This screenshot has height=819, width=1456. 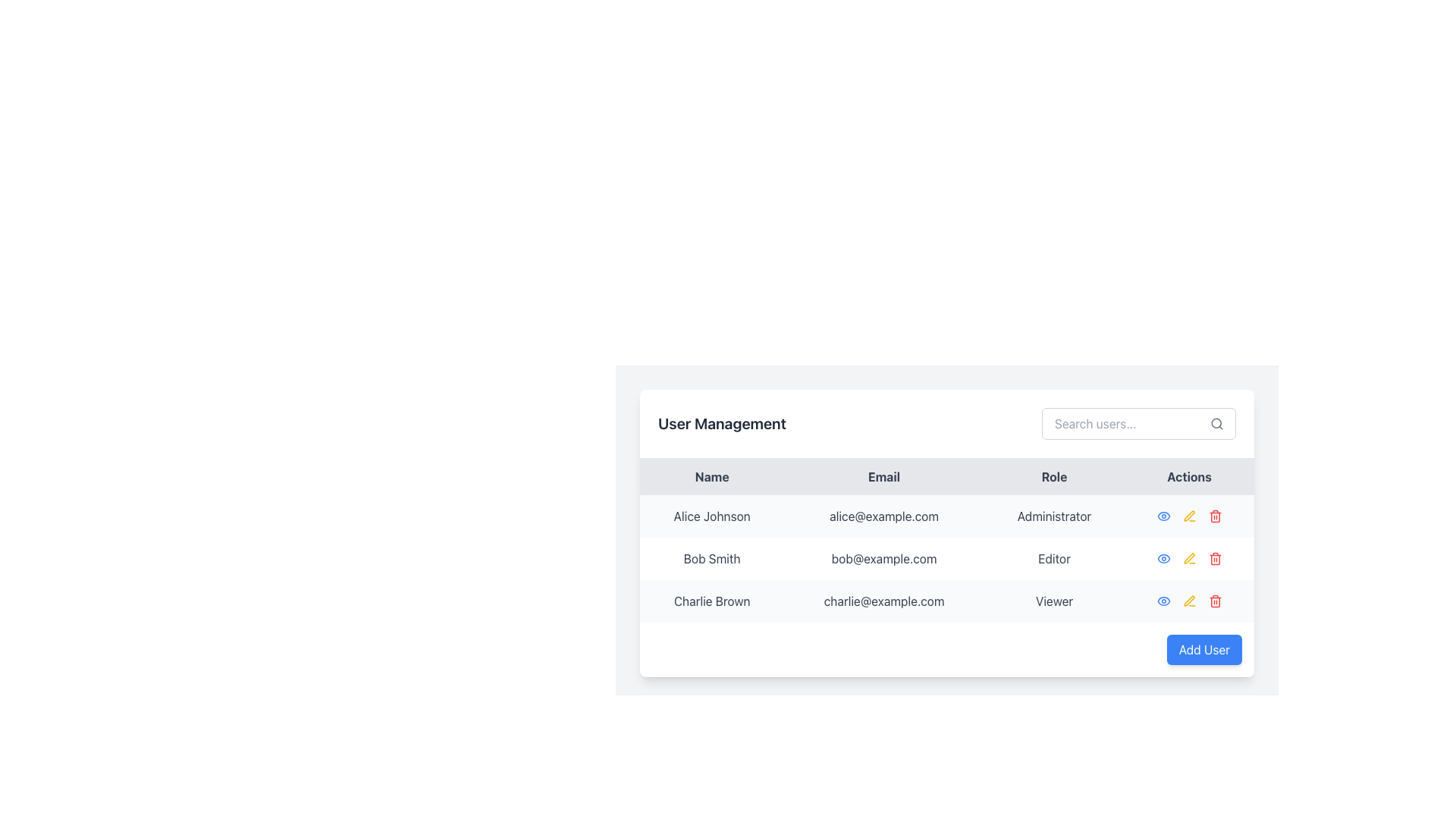 I want to click on the edit button for the user 'Alice Johnson', so click(x=1188, y=516).